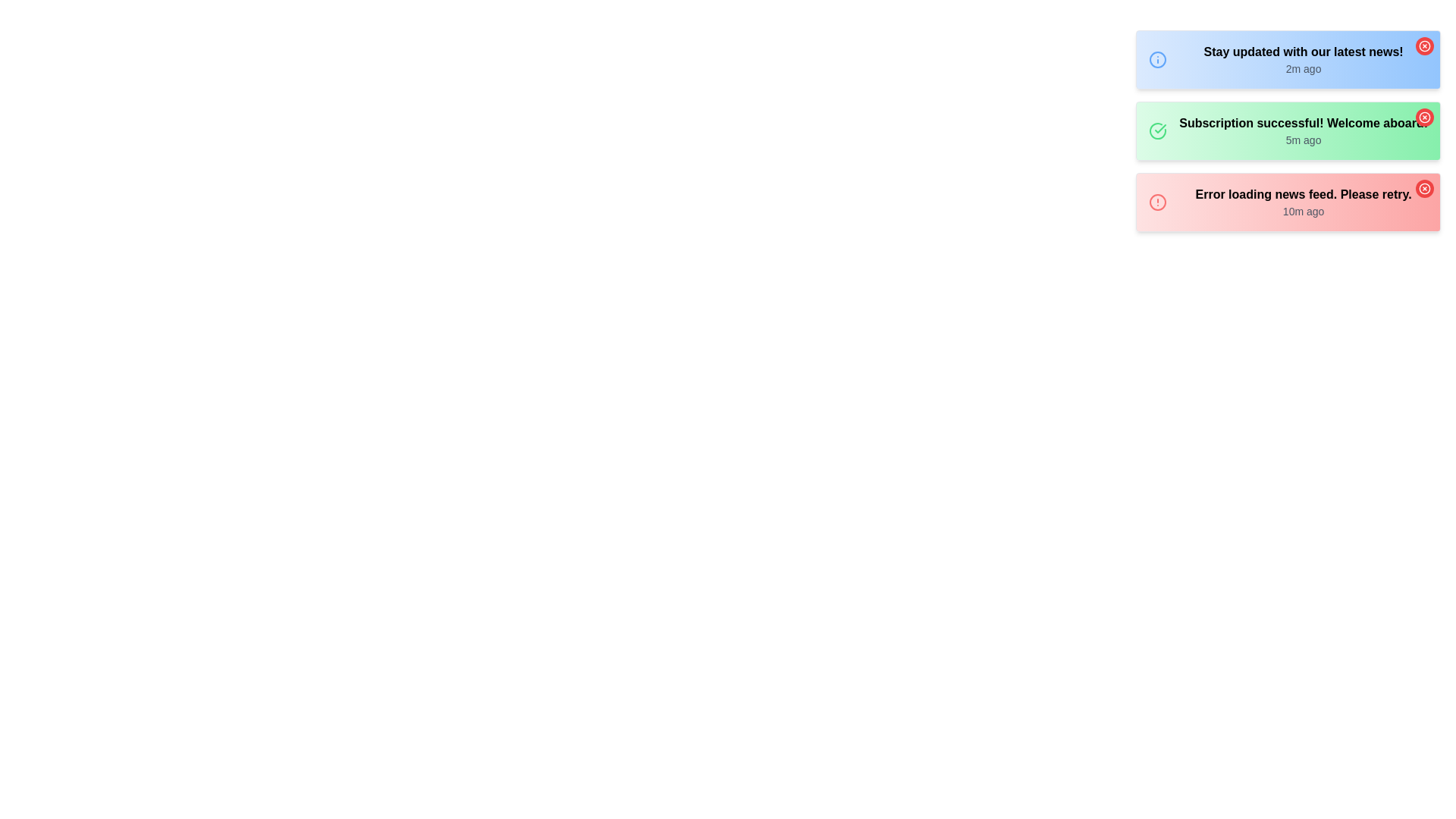 This screenshot has height=819, width=1456. Describe the element at coordinates (1303, 194) in the screenshot. I see `the error message text label indicating a loading issue for the news feed` at that location.